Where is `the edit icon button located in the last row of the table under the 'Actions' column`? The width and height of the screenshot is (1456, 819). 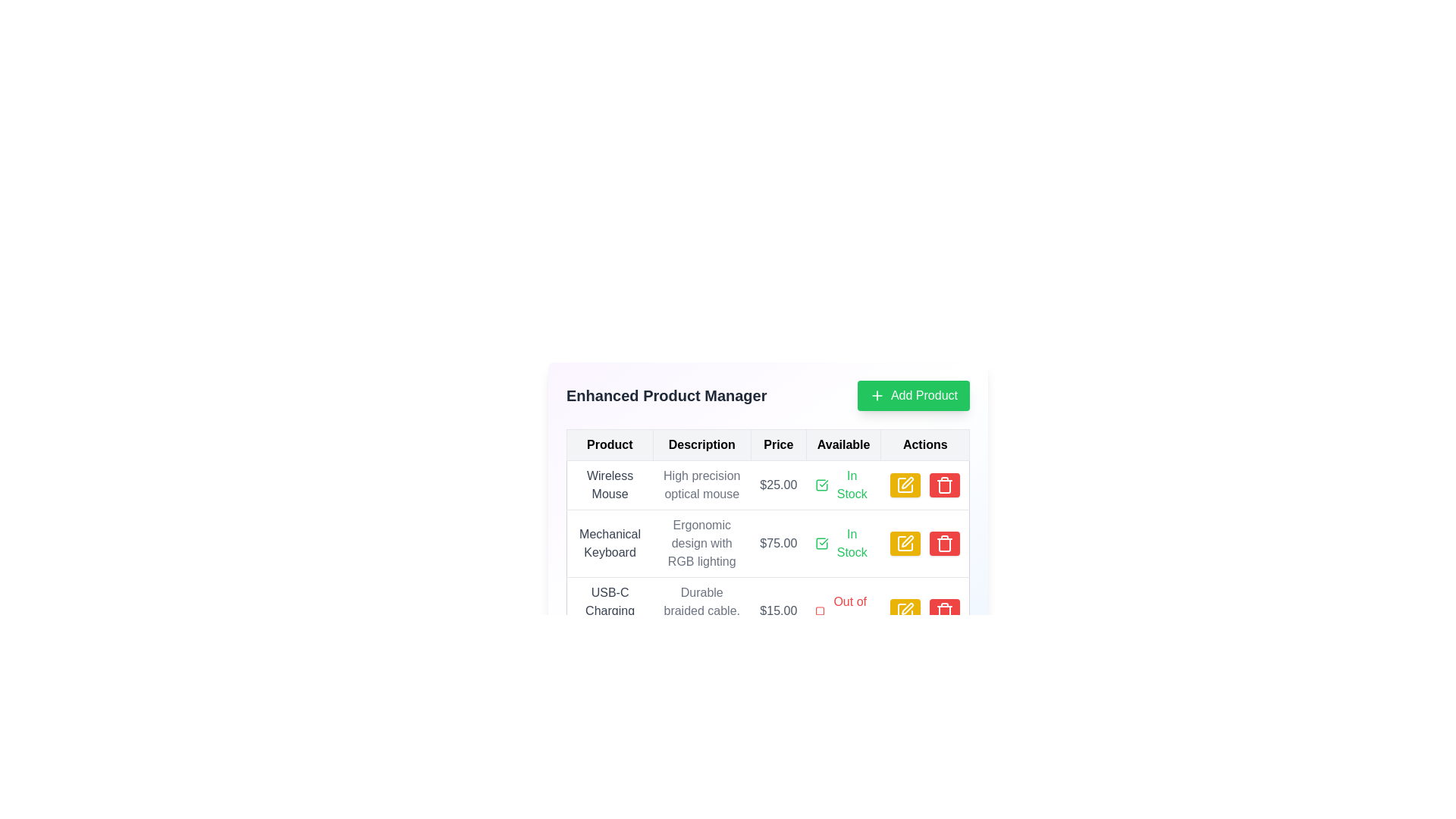 the edit icon button located in the last row of the table under the 'Actions' column is located at coordinates (905, 610).